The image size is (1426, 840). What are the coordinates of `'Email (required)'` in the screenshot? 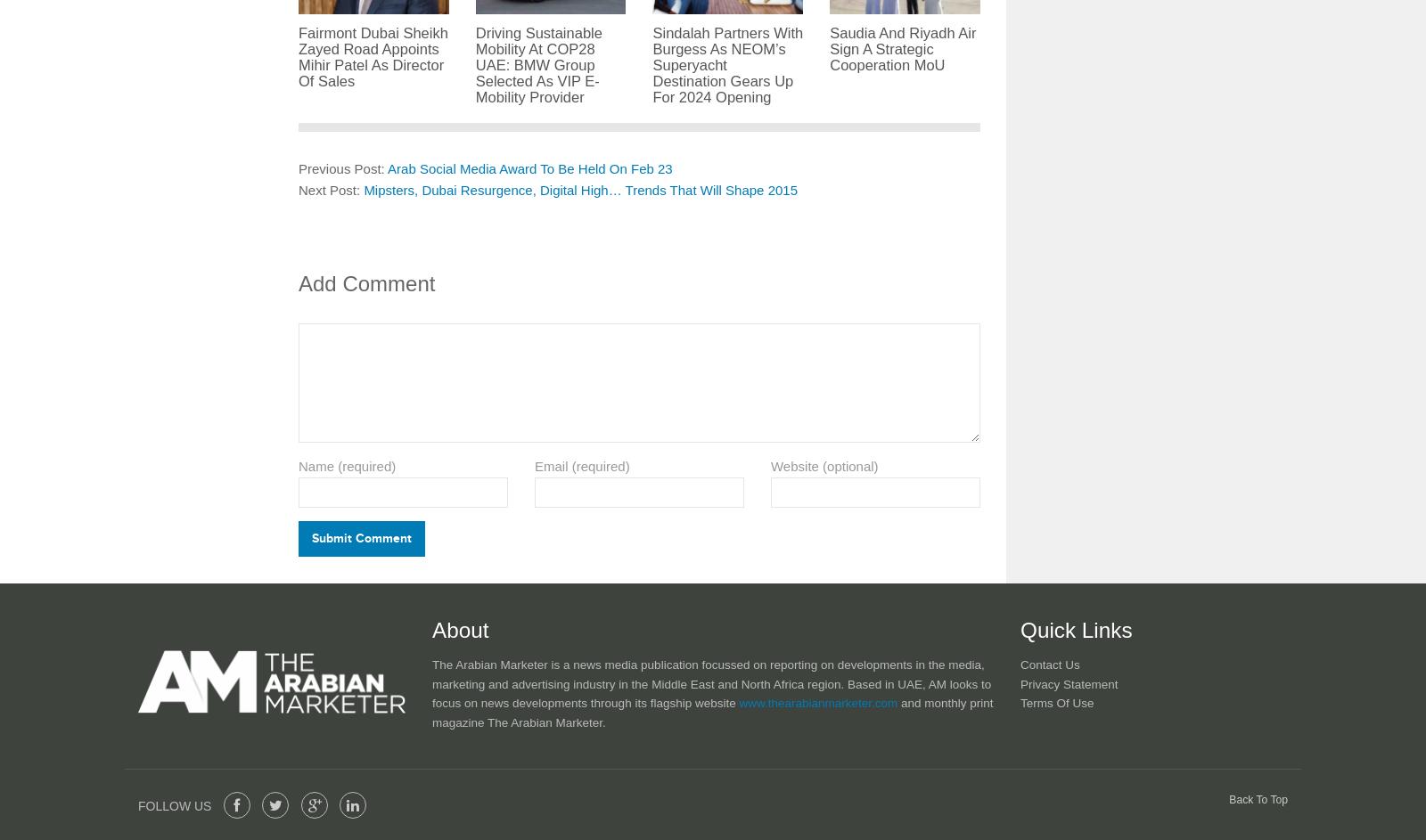 It's located at (581, 464).